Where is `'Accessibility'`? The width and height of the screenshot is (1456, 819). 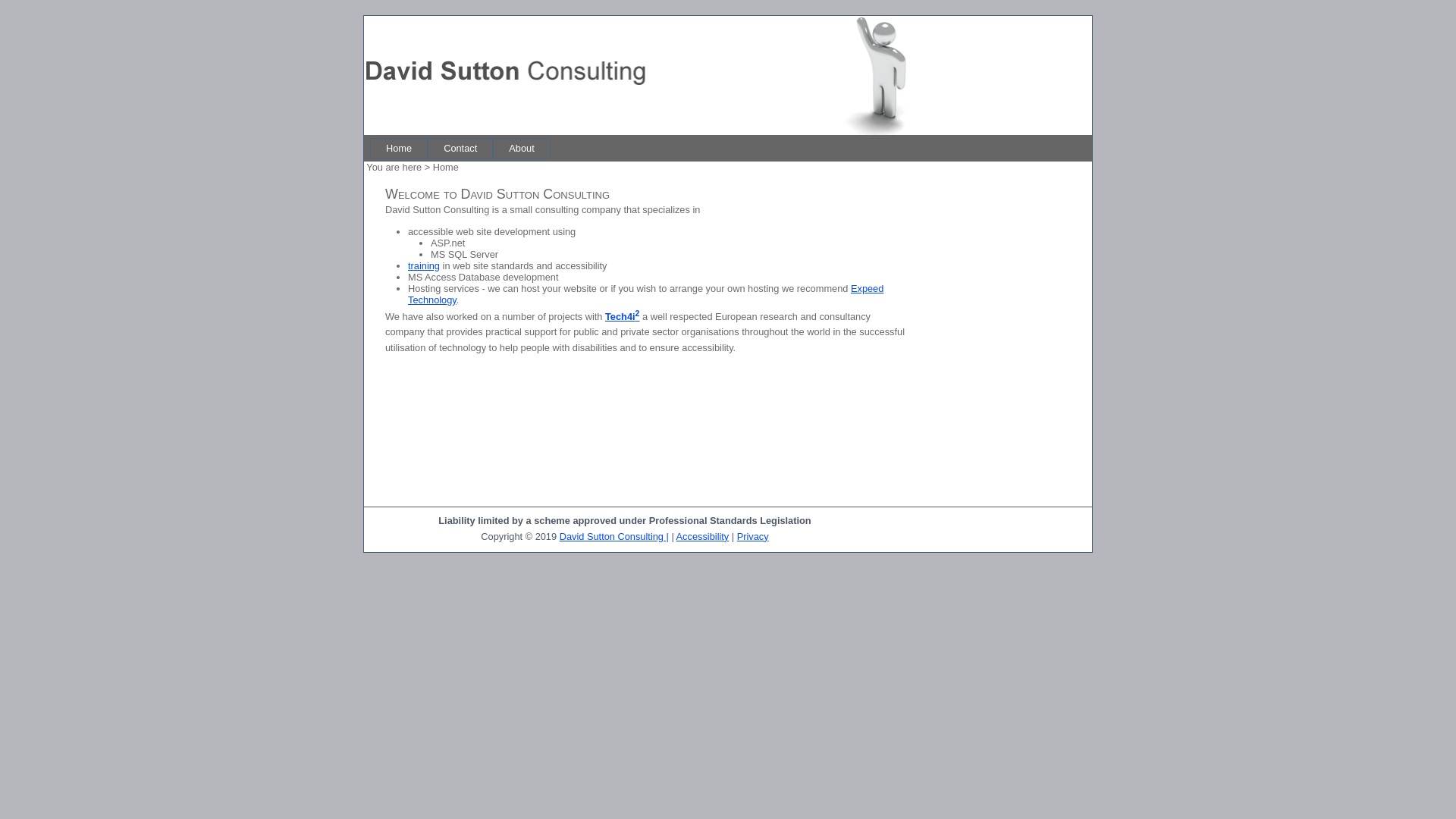 'Accessibility' is located at coordinates (701, 535).